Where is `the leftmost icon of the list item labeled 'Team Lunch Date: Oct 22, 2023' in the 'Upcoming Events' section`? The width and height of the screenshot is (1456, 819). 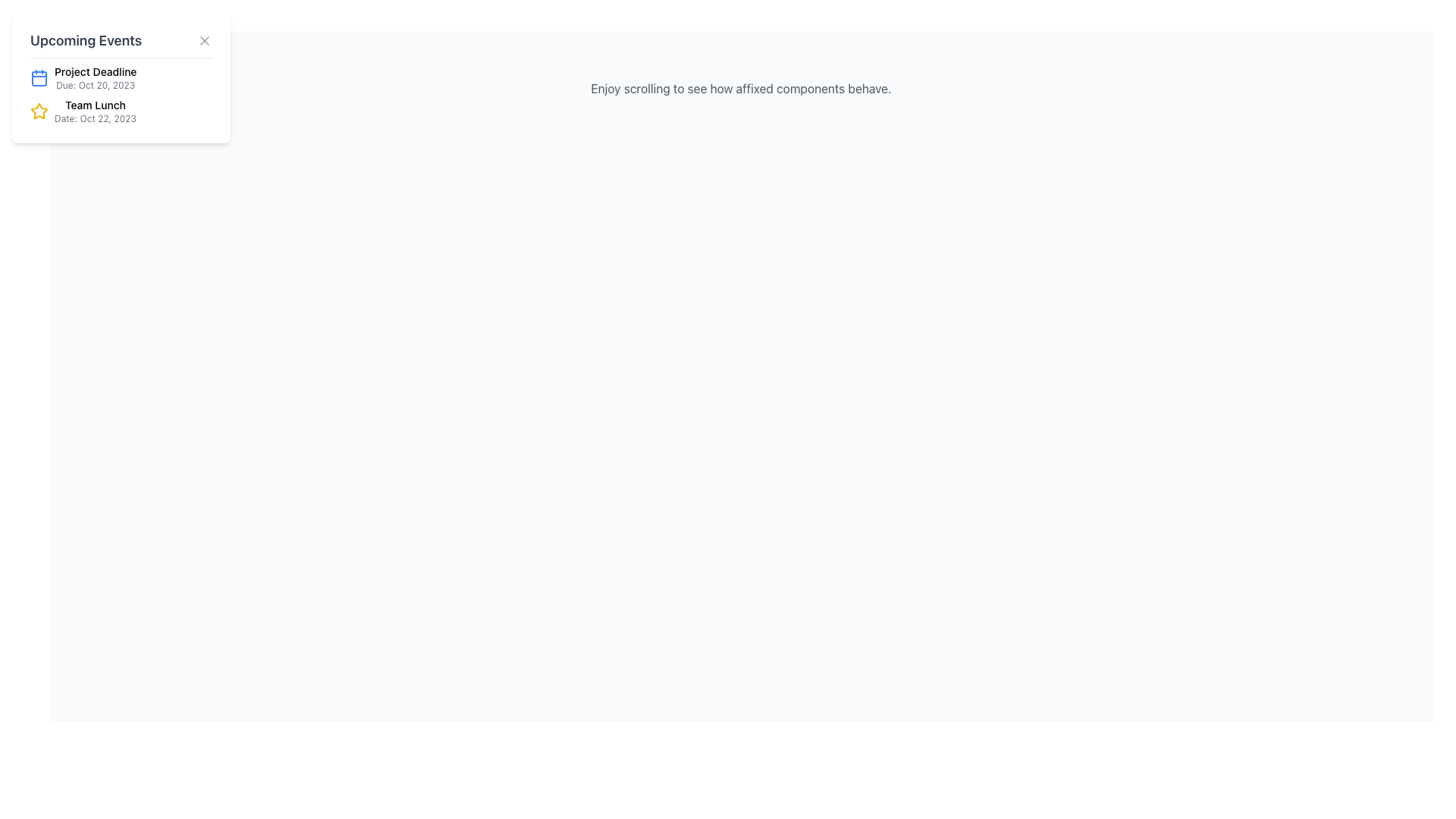
the leftmost icon of the list item labeled 'Team Lunch Date: Oct 22, 2023' in the 'Upcoming Events' section is located at coordinates (39, 110).